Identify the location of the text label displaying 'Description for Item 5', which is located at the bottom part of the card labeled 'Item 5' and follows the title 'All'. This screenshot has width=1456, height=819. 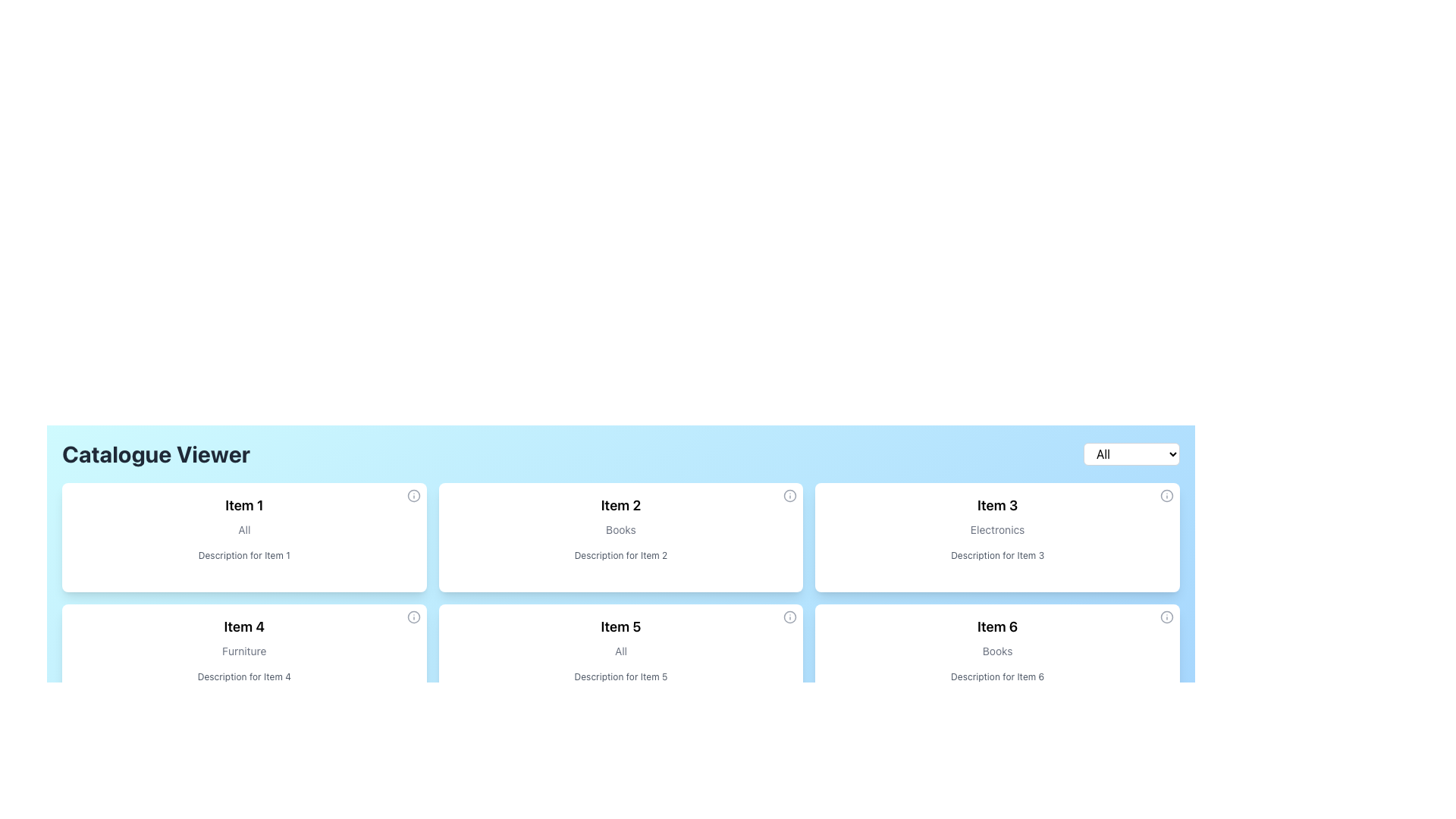
(621, 676).